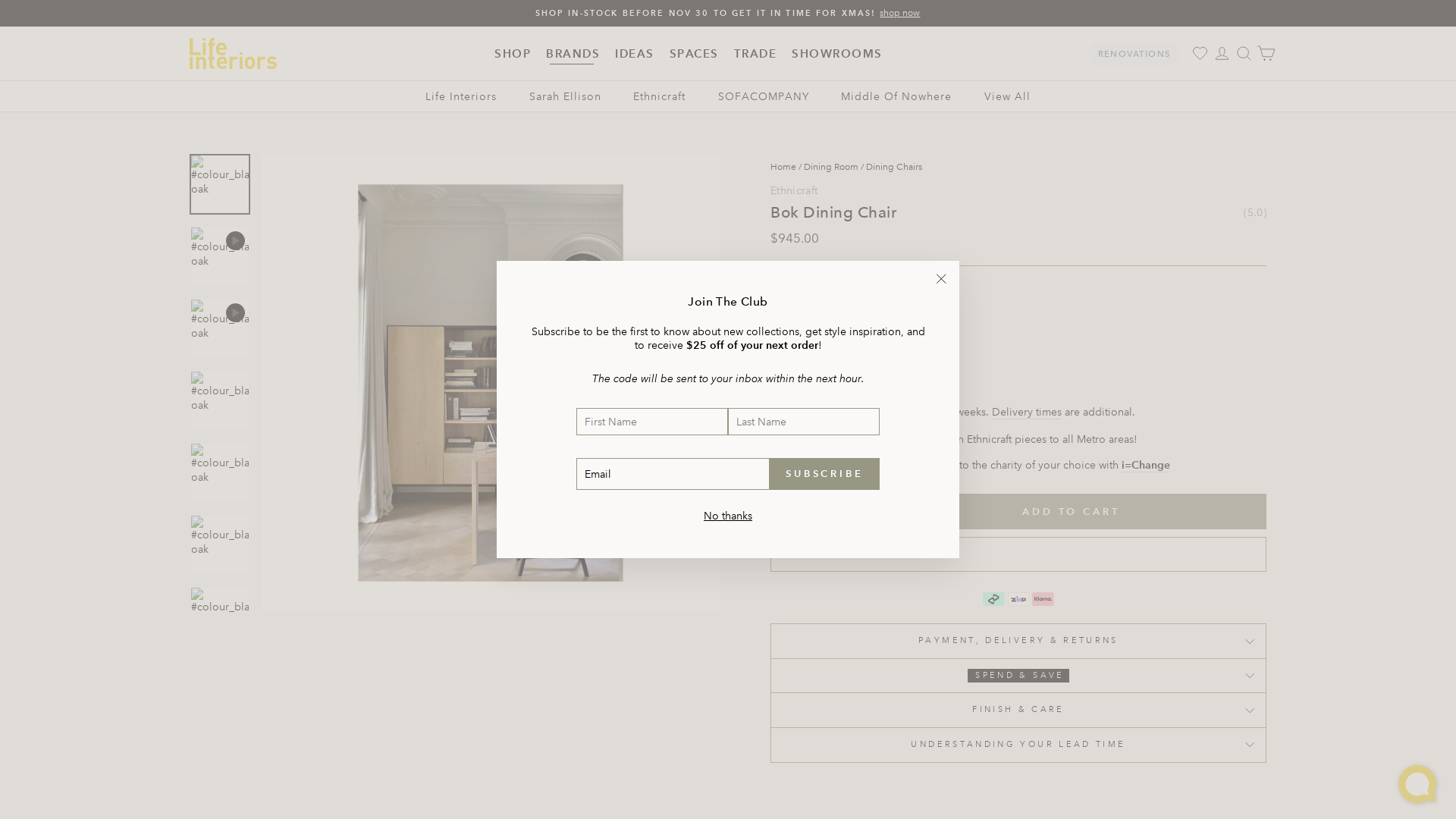 The image size is (1456, 819). What do you see at coordinates (824, 472) in the screenshot?
I see `'SUBSCRIBE'` at bounding box center [824, 472].